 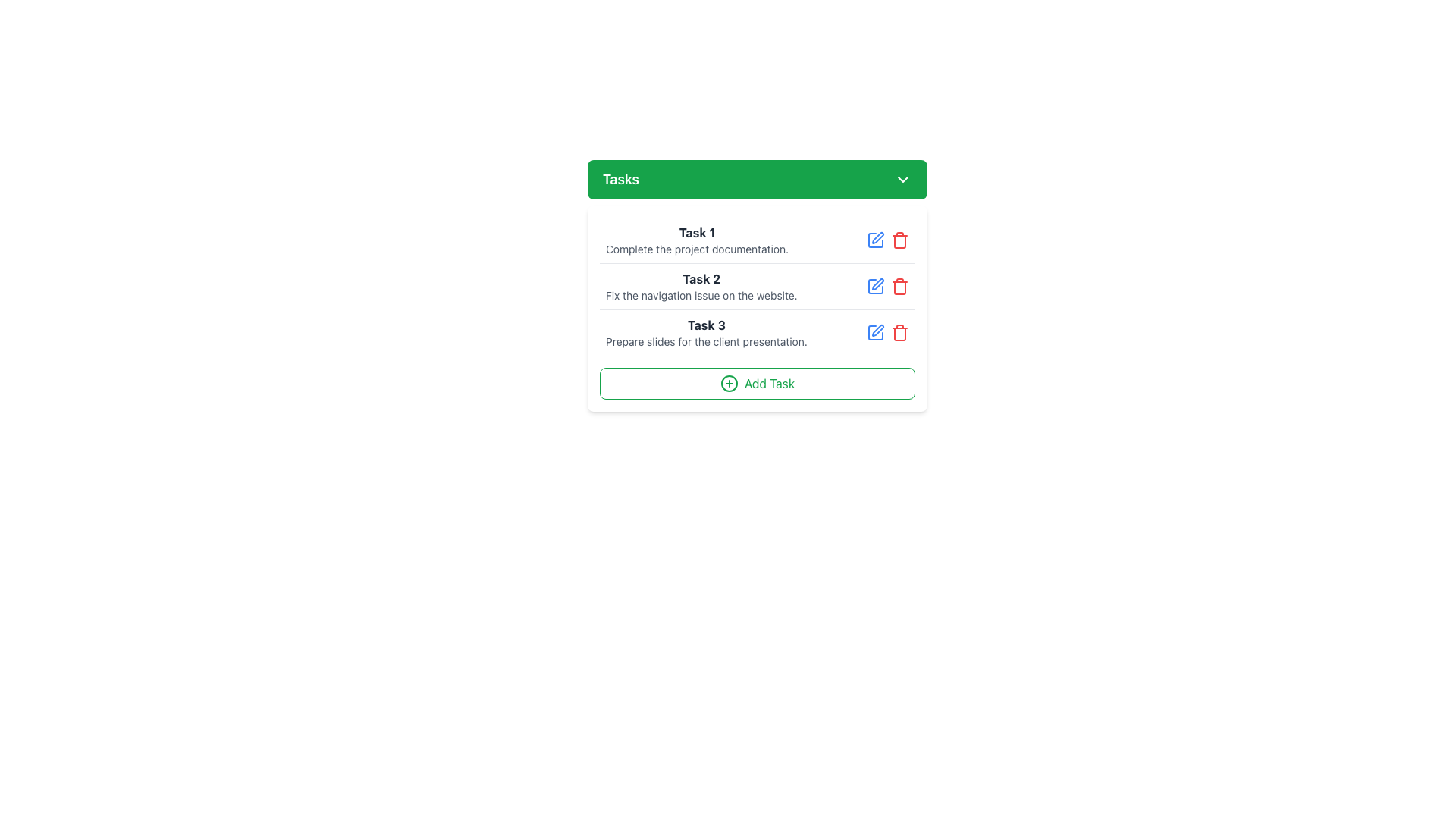 What do you see at coordinates (705, 324) in the screenshot?
I see `the bold dark gray text label reading 'Task 3', which is the title of the third task in the list` at bounding box center [705, 324].